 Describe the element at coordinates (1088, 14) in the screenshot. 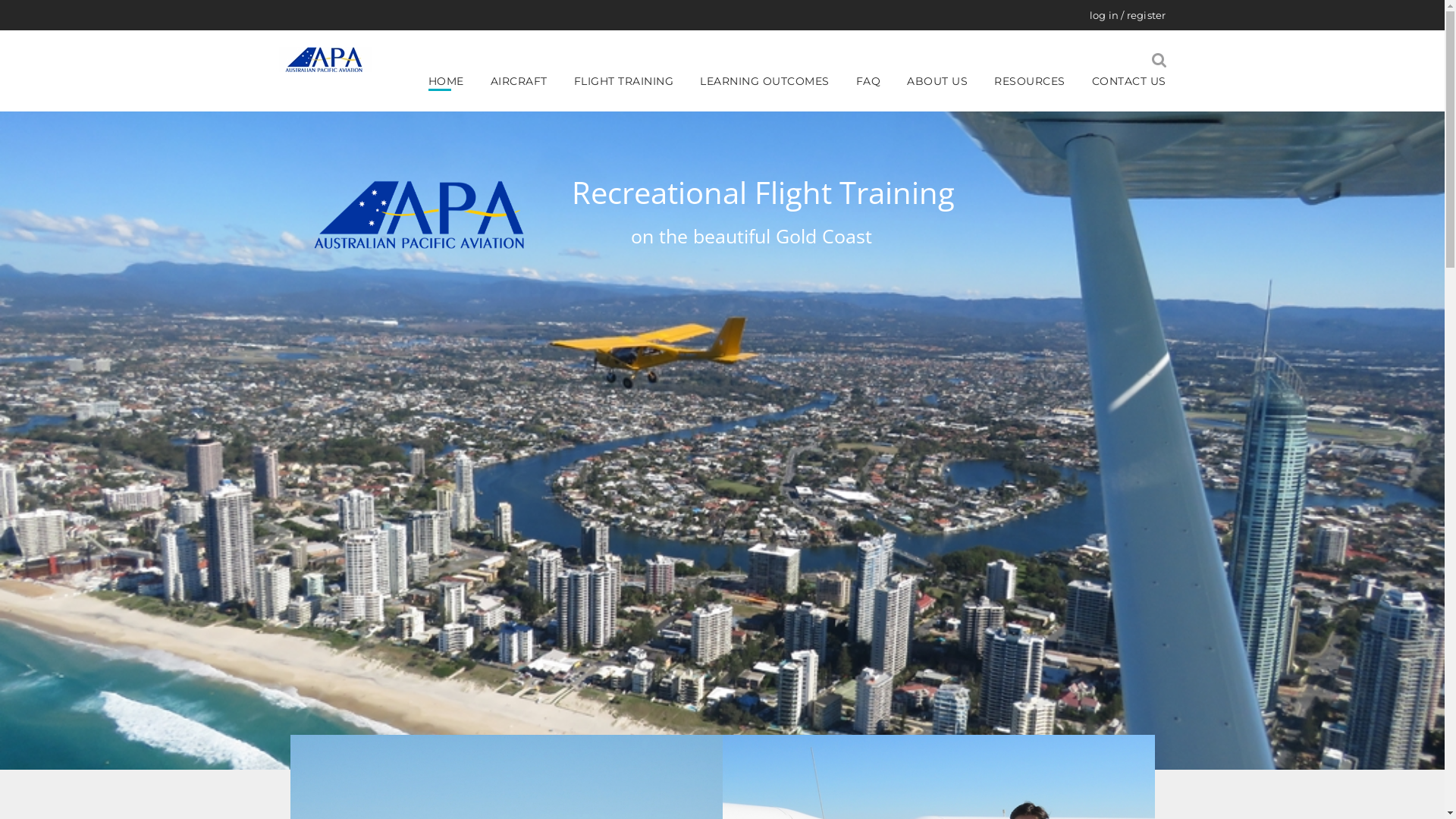

I see `'log in / register'` at that location.